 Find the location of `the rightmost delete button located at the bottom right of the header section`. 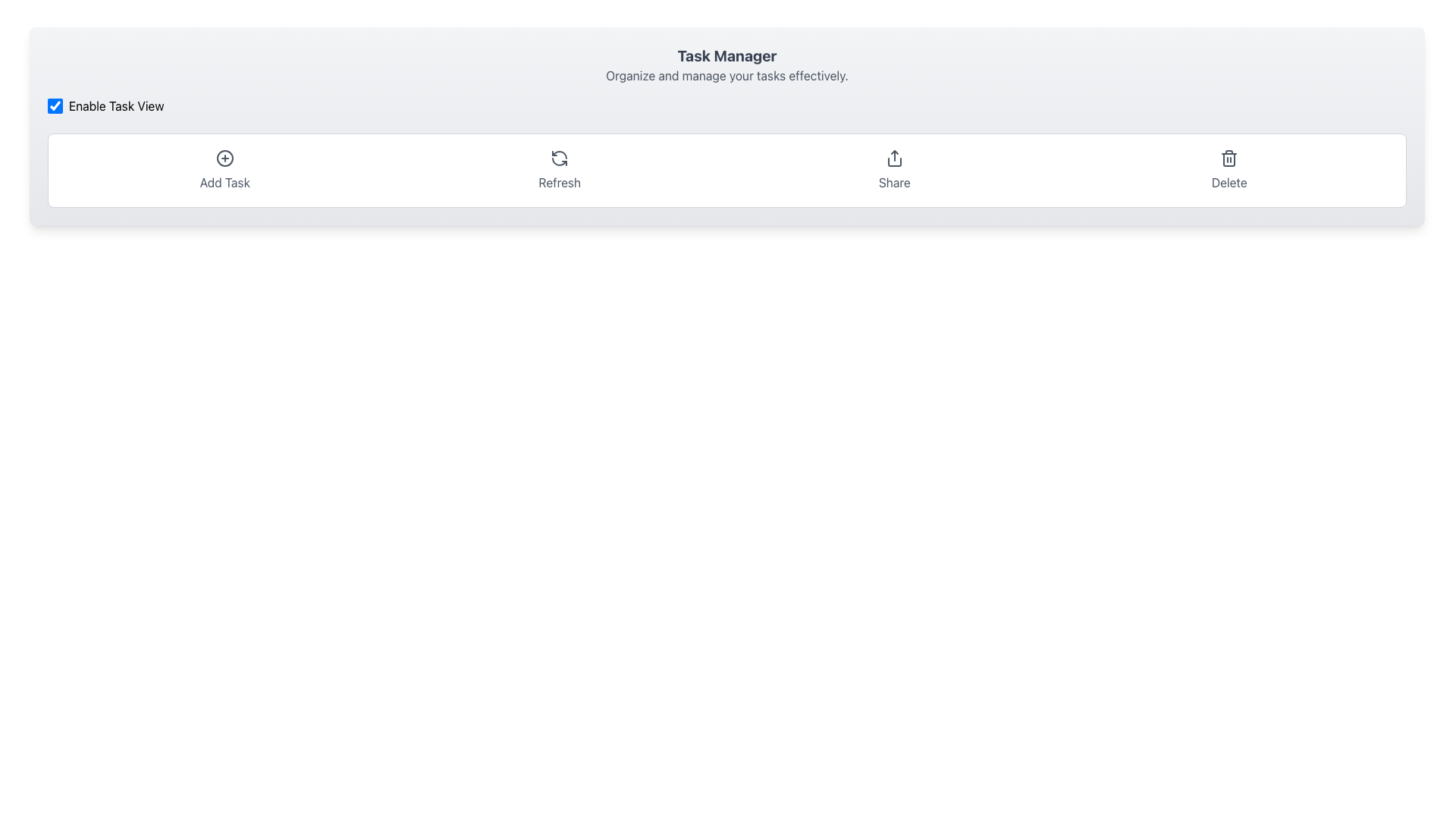

the rightmost delete button located at the bottom right of the header section is located at coordinates (1229, 170).